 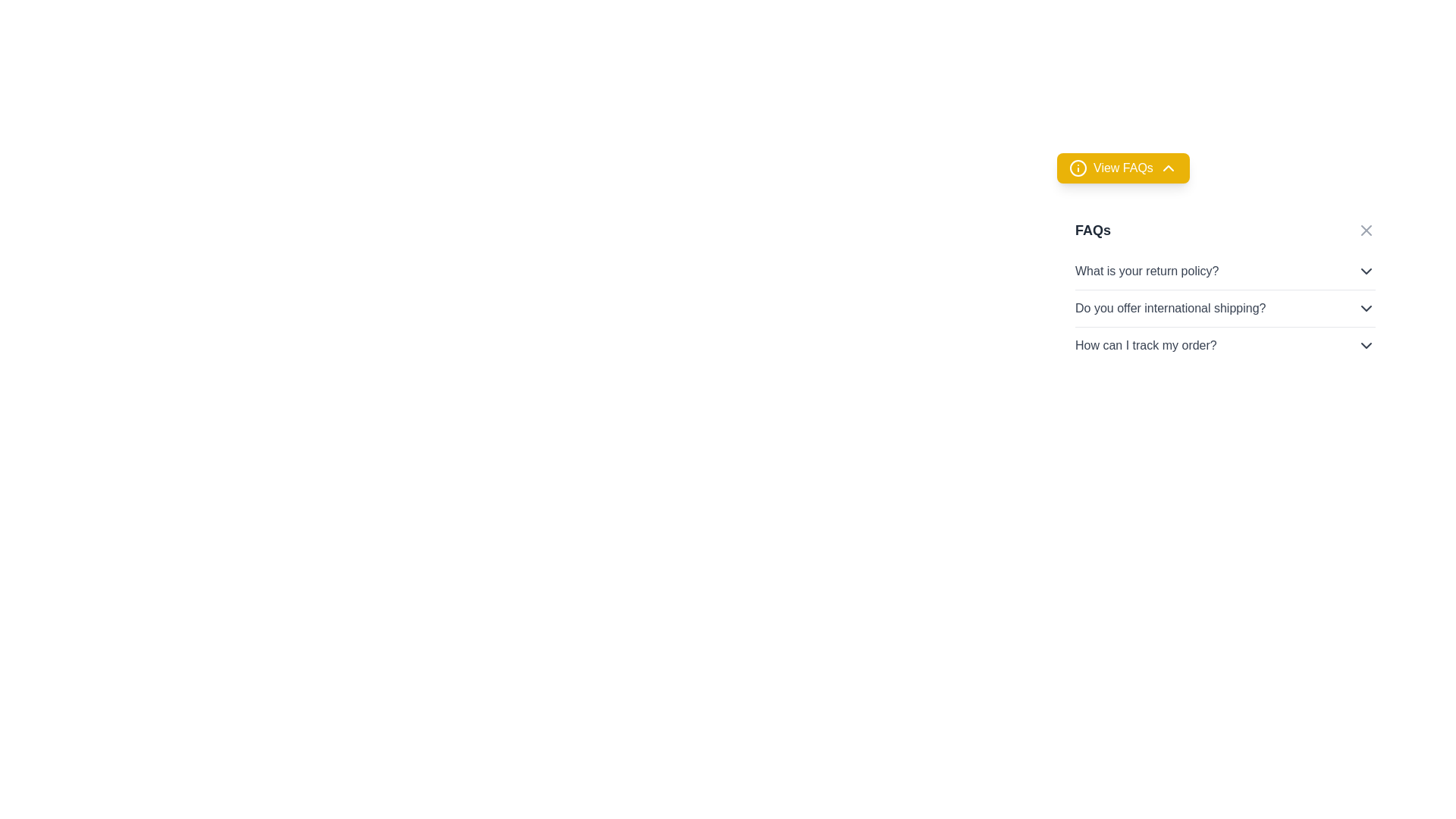 What do you see at coordinates (1366, 231) in the screenshot?
I see `the close icon button, which is a small cross in a square area located at the top-right corner of the 'FAQs' section` at bounding box center [1366, 231].